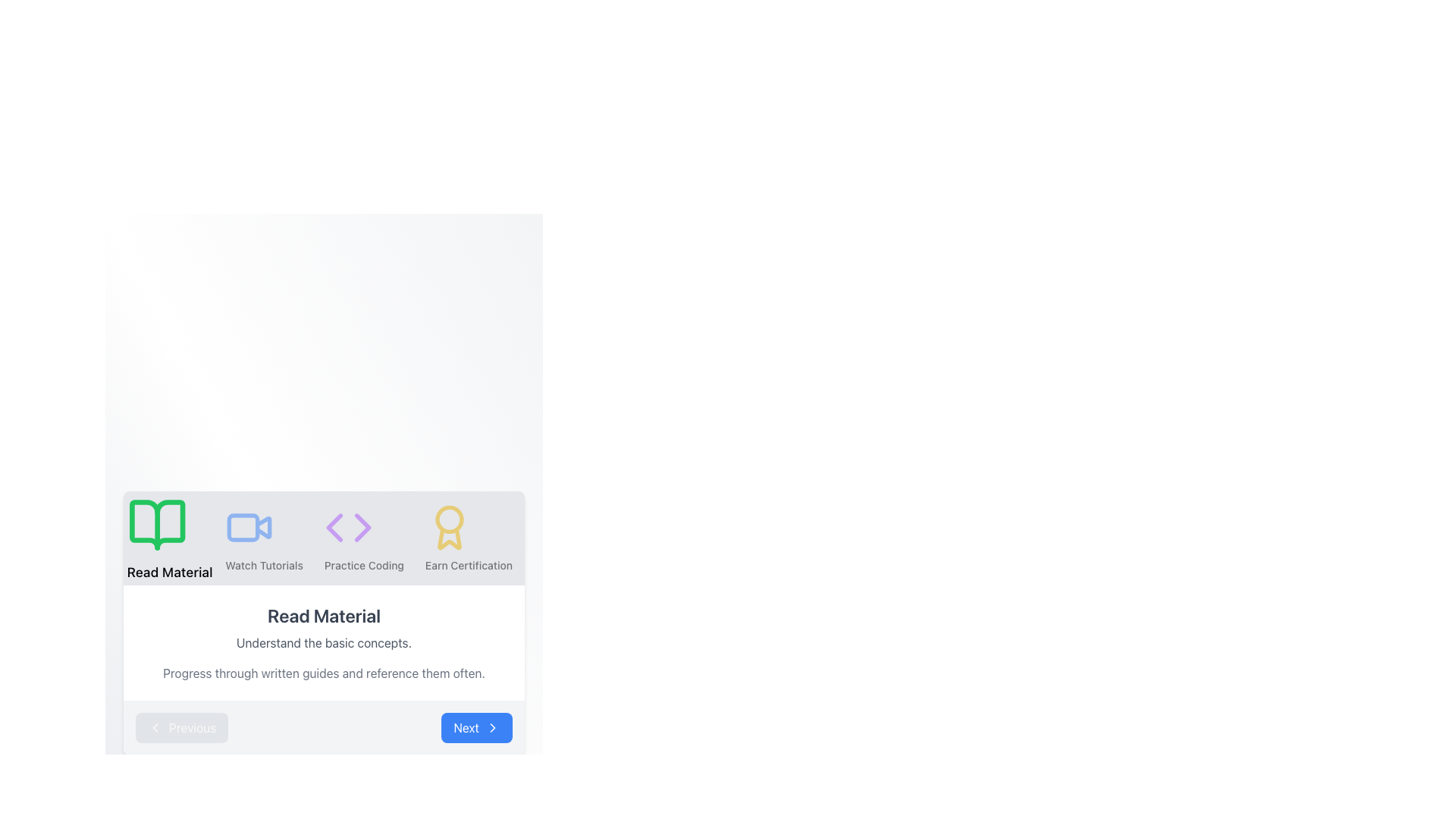  I want to click on the Chevron Right icon located within the 'Next' button at the bottom-right of the interface, so click(492, 727).